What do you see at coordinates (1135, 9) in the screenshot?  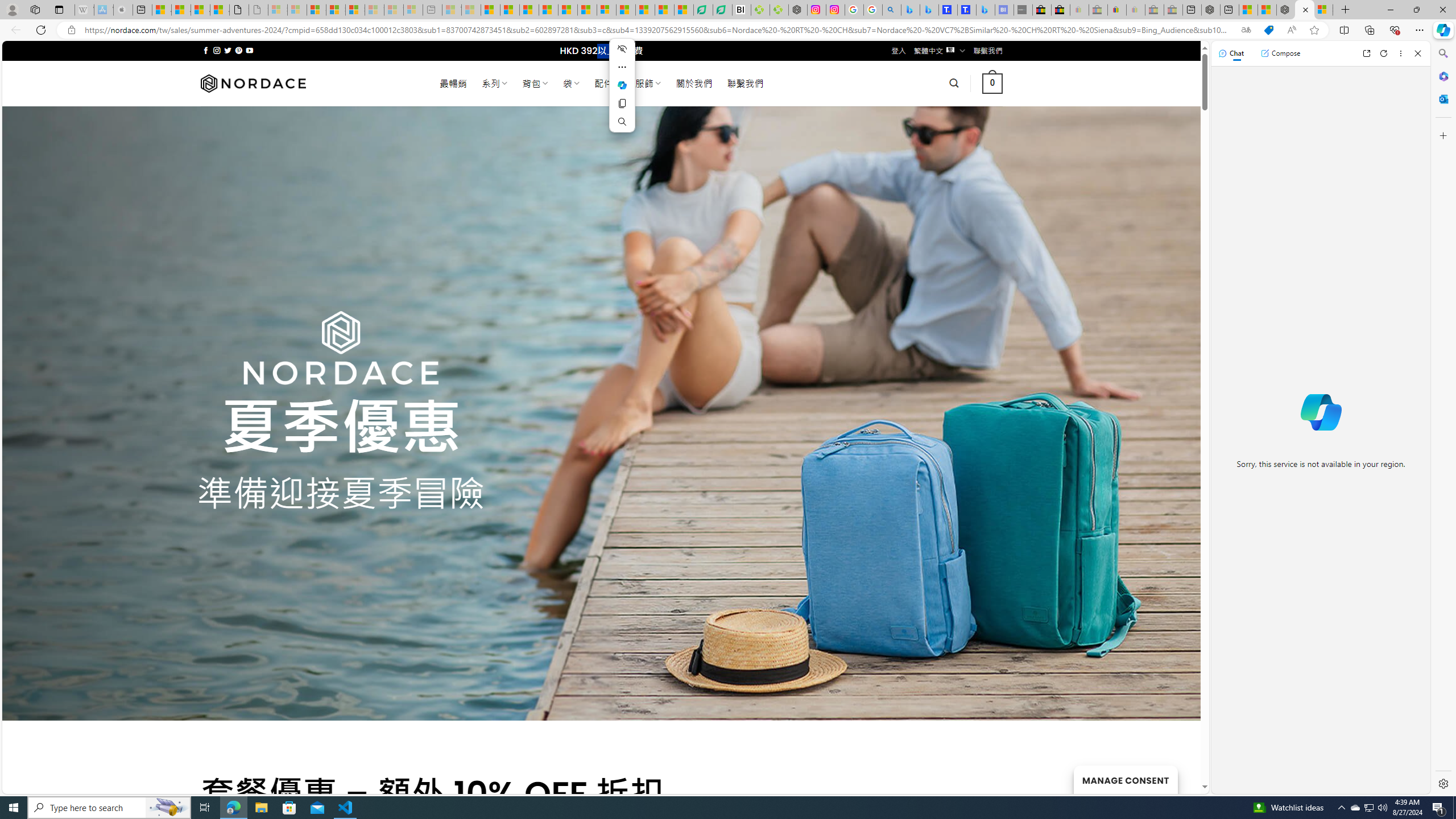 I see `'Payments Terms of Use | eBay.com - Sleeping'` at bounding box center [1135, 9].